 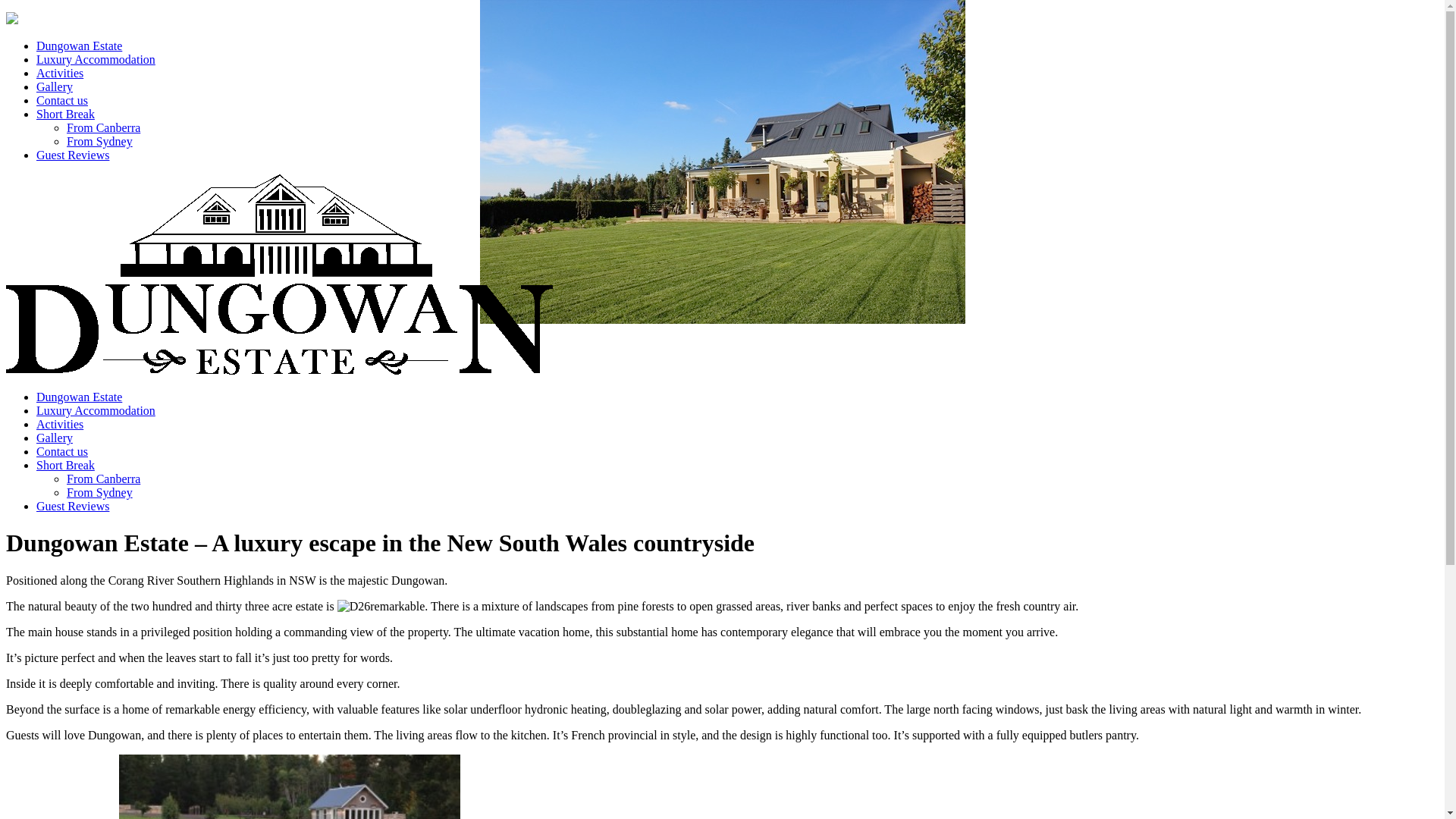 I want to click on 'Luxury Accommodation', so click(x=95, y=410).